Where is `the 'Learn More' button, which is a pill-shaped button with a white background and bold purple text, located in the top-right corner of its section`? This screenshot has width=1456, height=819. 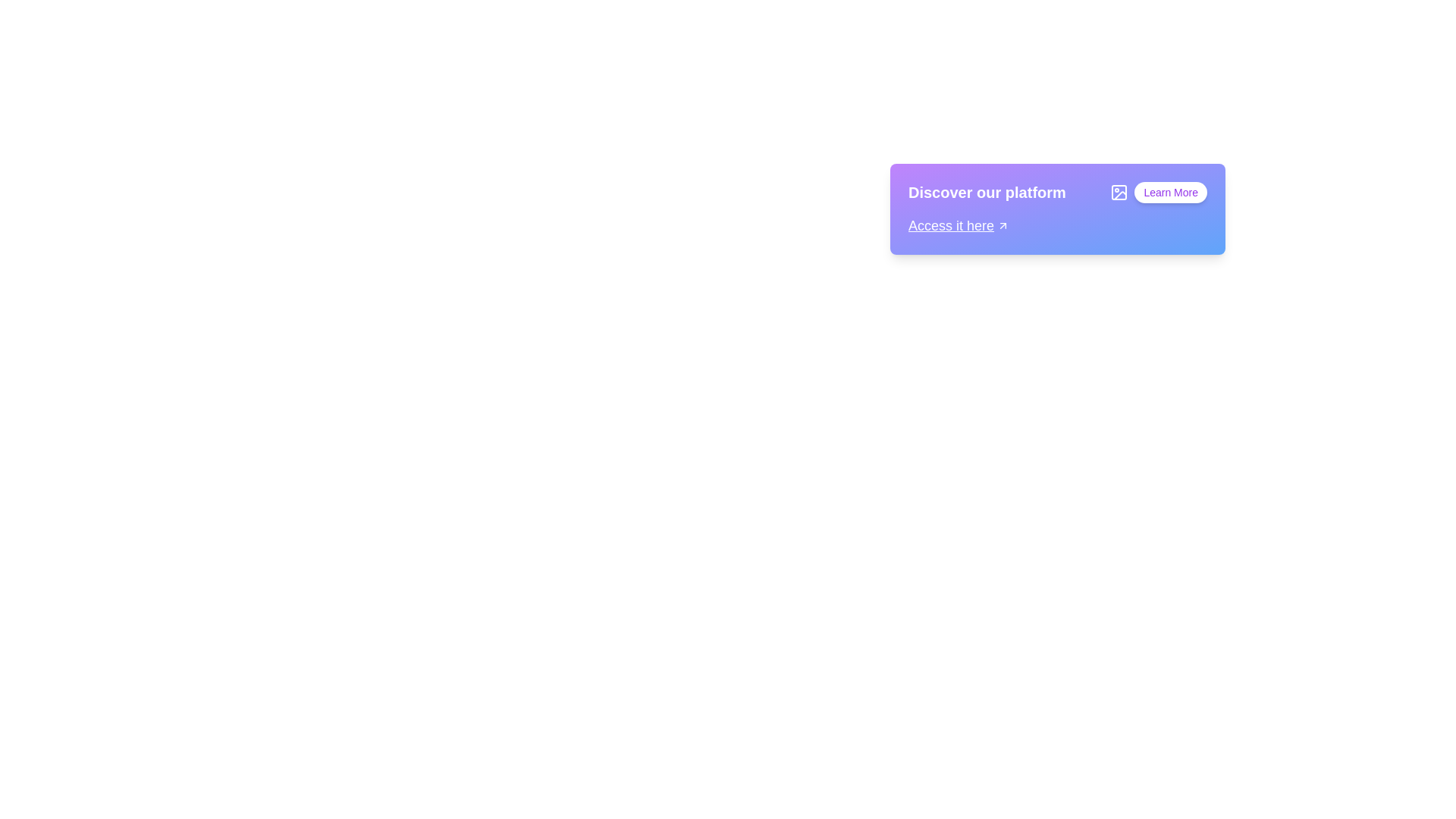 the 'Learn More' button, which is a pill-shaped button with a white background and bold purple text, located in the top-right corner of its section is located at coordinates (1158, 192).